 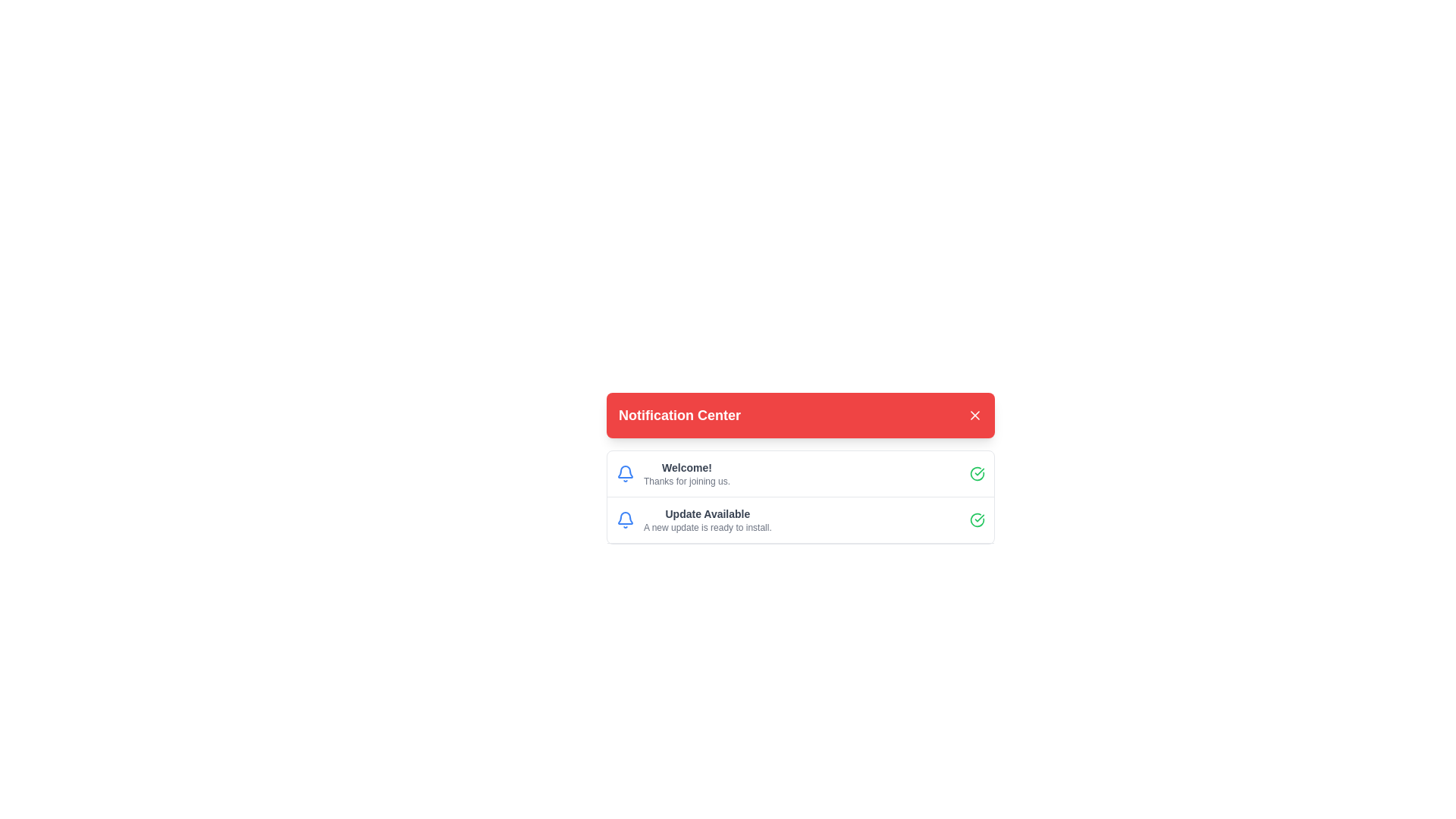 I want to click on text content of the notification message located in the first notification row of the notification center modal, positioned beneath the title bar, to the right of the bell icon and to the left of the green checkmark icon, so click(x=686, y=472).